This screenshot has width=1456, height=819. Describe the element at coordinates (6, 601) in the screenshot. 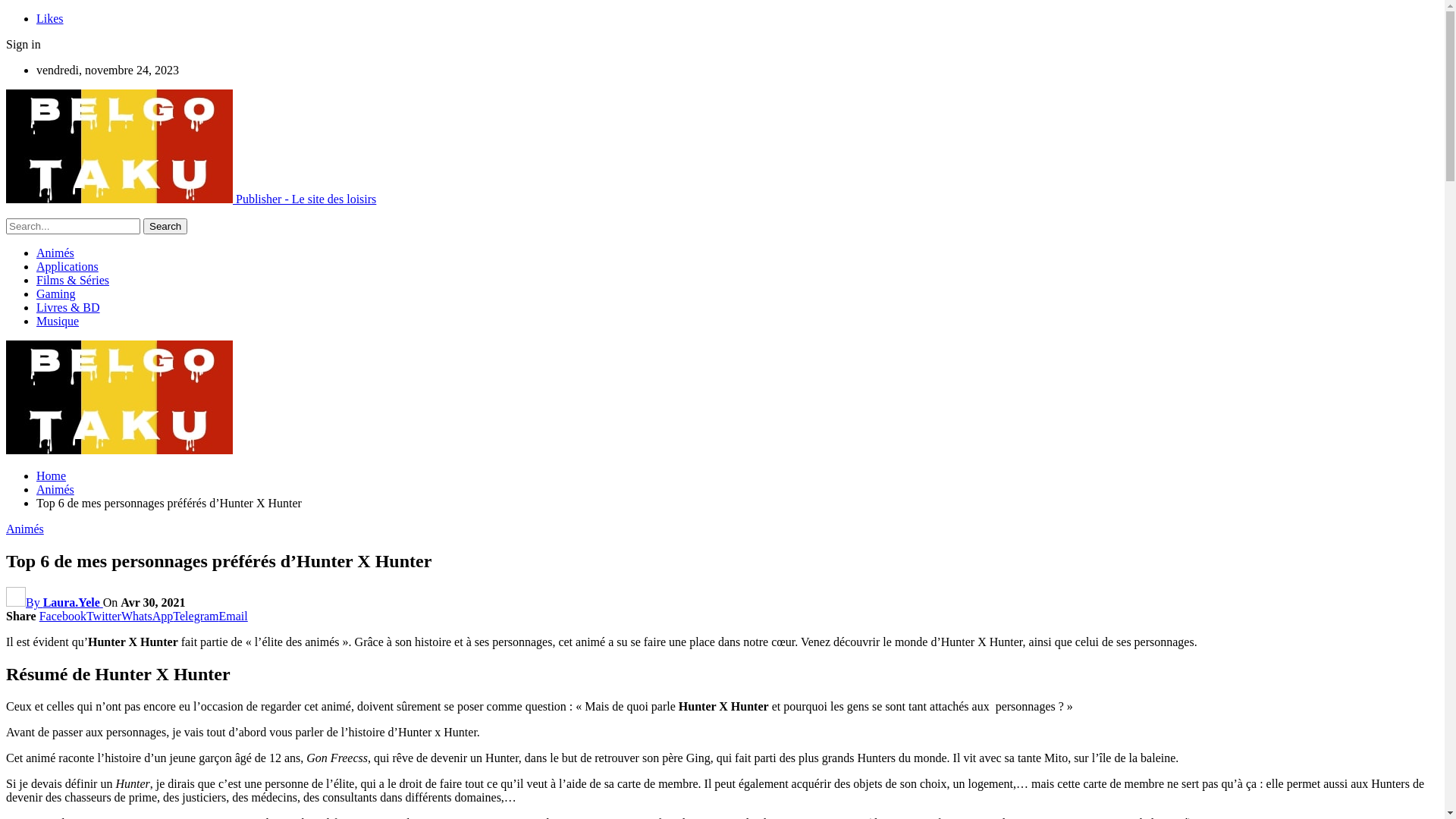

I see `'By Laura.Yele'` at that location.